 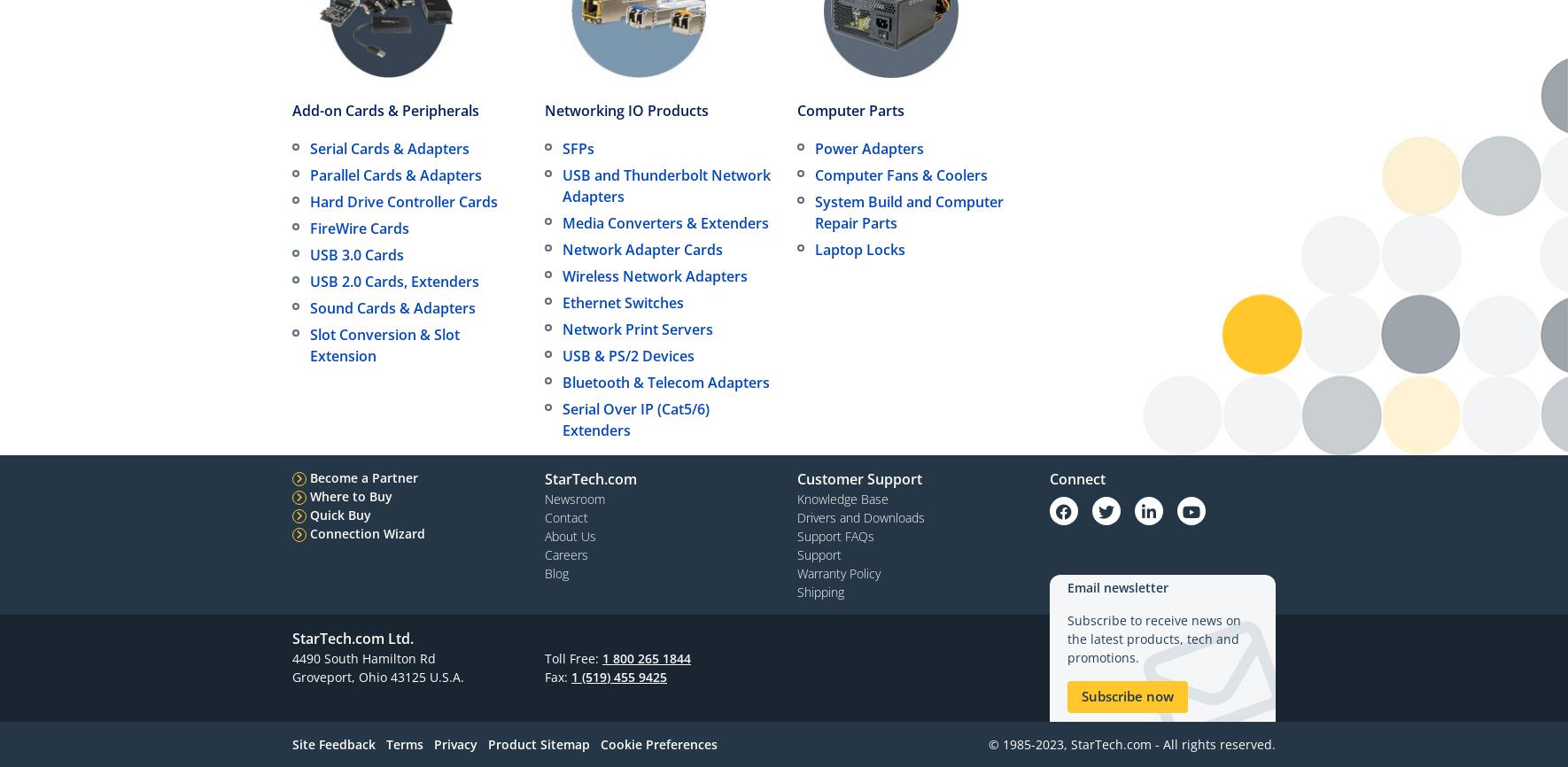 I want to click on 'Drivers and Downloads', so click(x=860, y=516).